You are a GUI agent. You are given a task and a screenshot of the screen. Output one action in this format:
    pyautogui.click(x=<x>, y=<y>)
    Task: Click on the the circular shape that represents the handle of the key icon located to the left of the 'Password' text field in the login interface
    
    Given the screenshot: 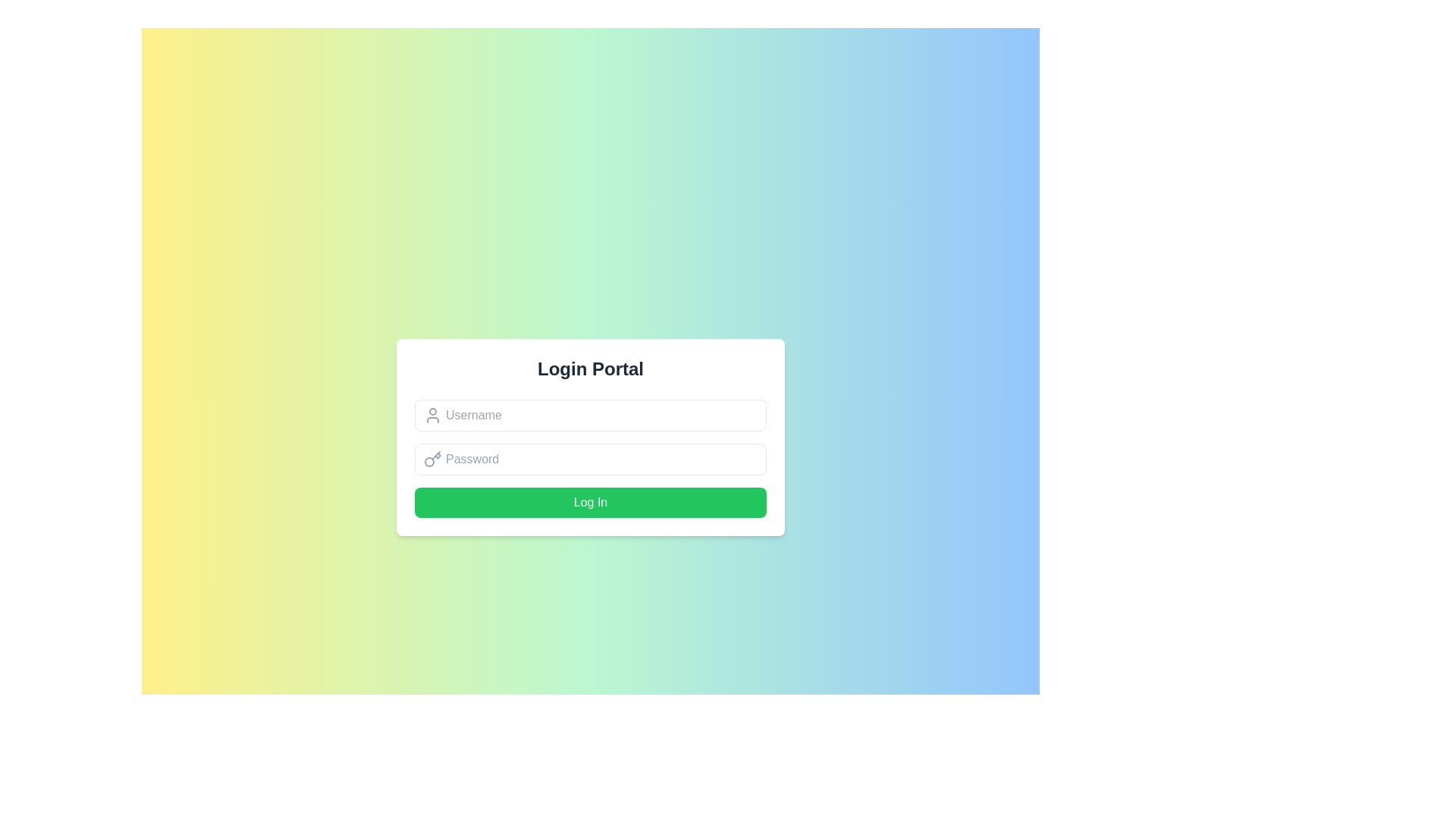 What is the action you would take?
    pyautogui.click(x=428, y=461)
    